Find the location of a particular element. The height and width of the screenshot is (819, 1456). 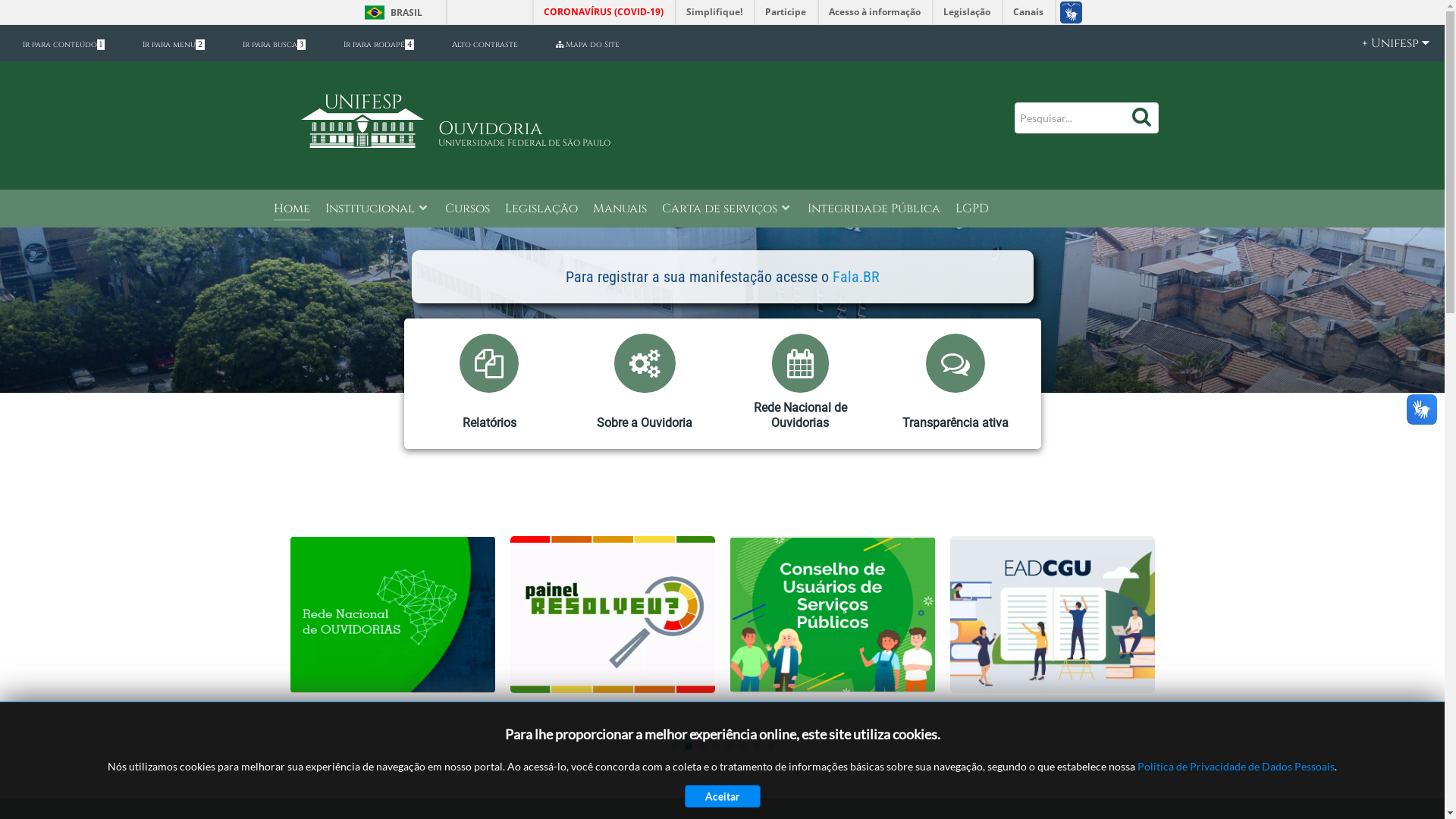

'LGPD' is located at coordinates (954, 209).